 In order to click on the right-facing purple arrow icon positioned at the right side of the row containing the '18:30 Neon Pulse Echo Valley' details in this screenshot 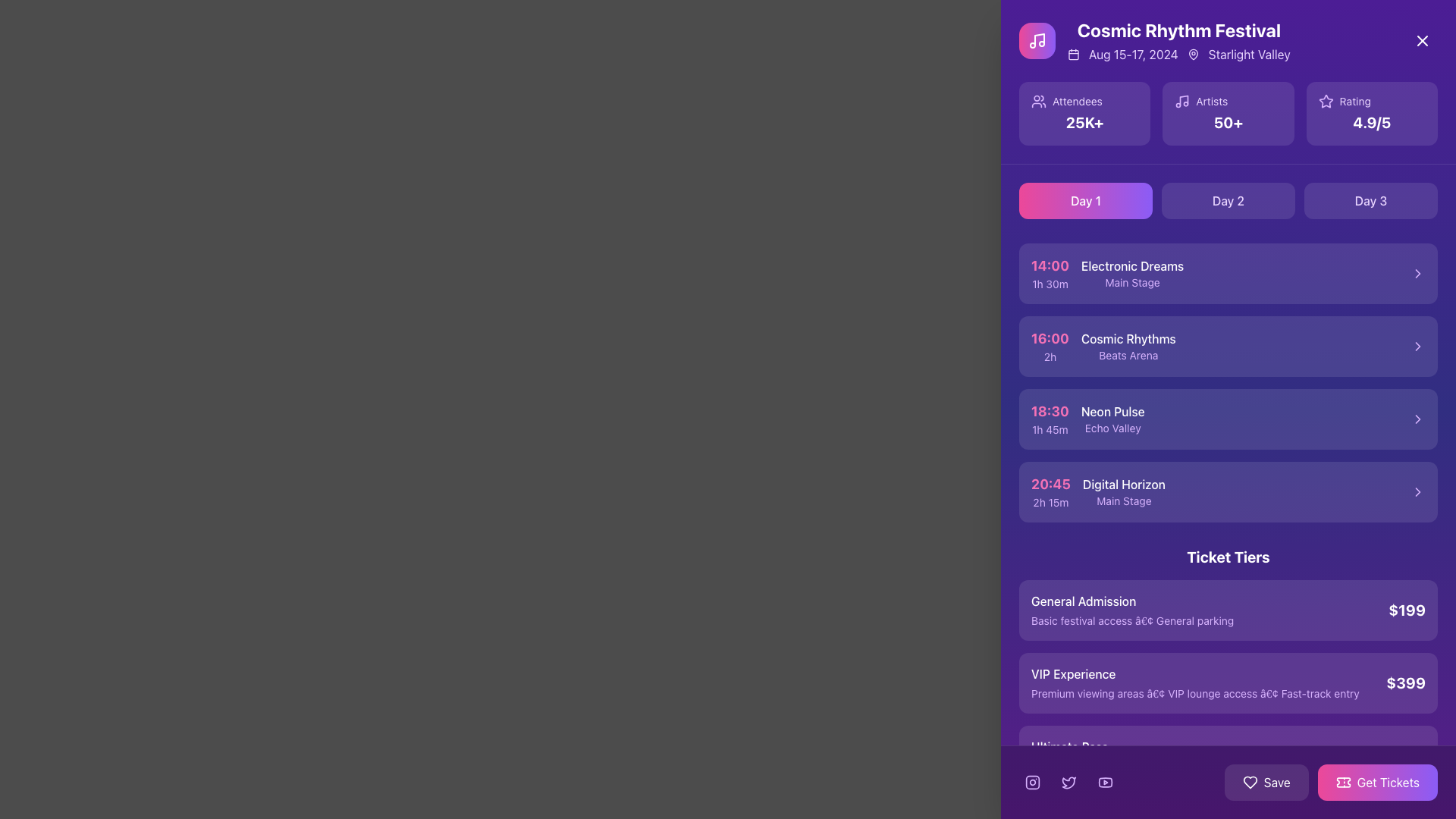, I will do `click(1417, 419)`.